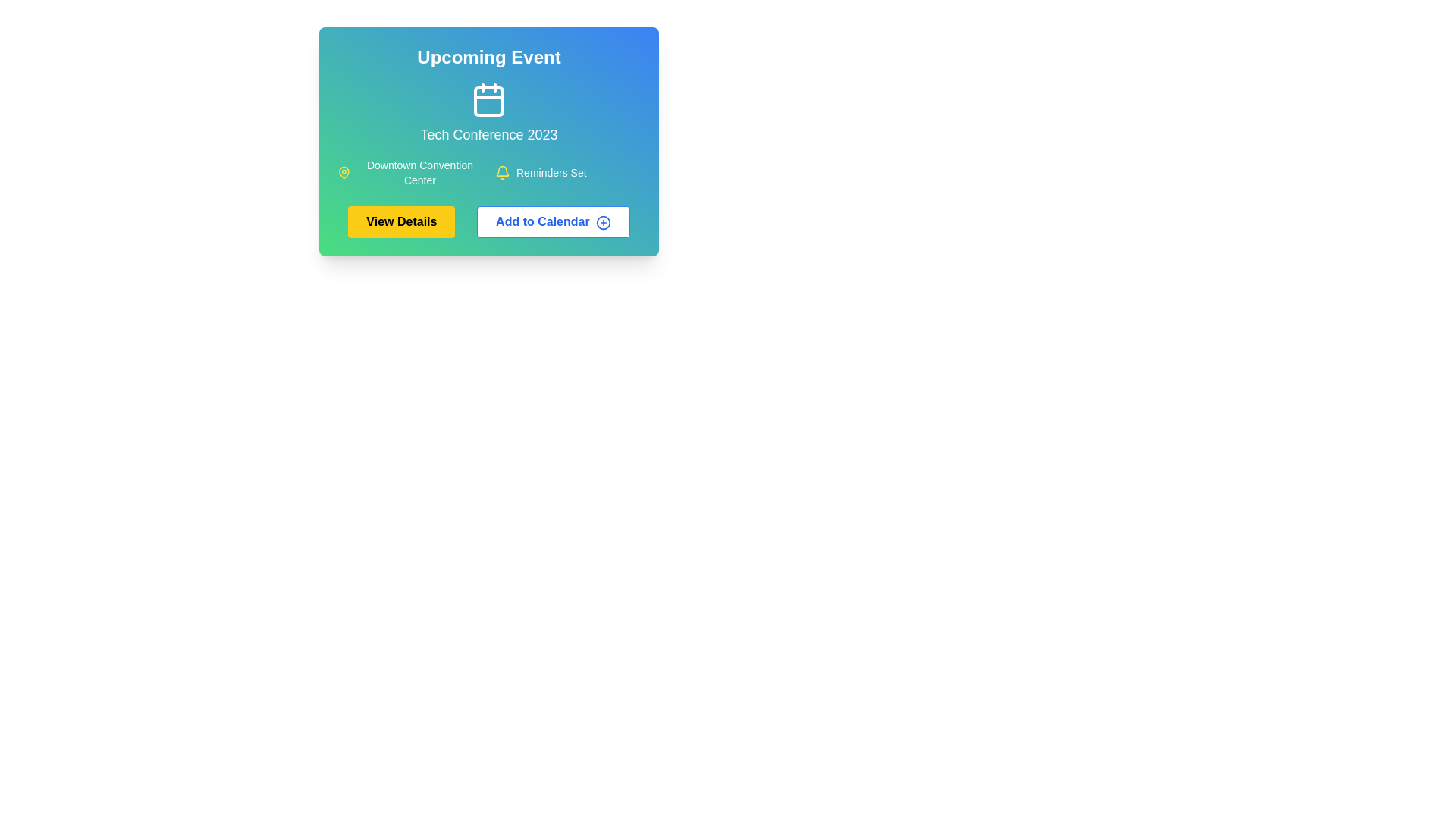 The width and height of the screenshot is (1456, 819). Describe the element at coordinates (488, 57) in the screenshot. I see `the text label styled as a title with the content 'Upcoming Event', which is centered at the top of the gradient background box transitioning from green to blue` at that location.